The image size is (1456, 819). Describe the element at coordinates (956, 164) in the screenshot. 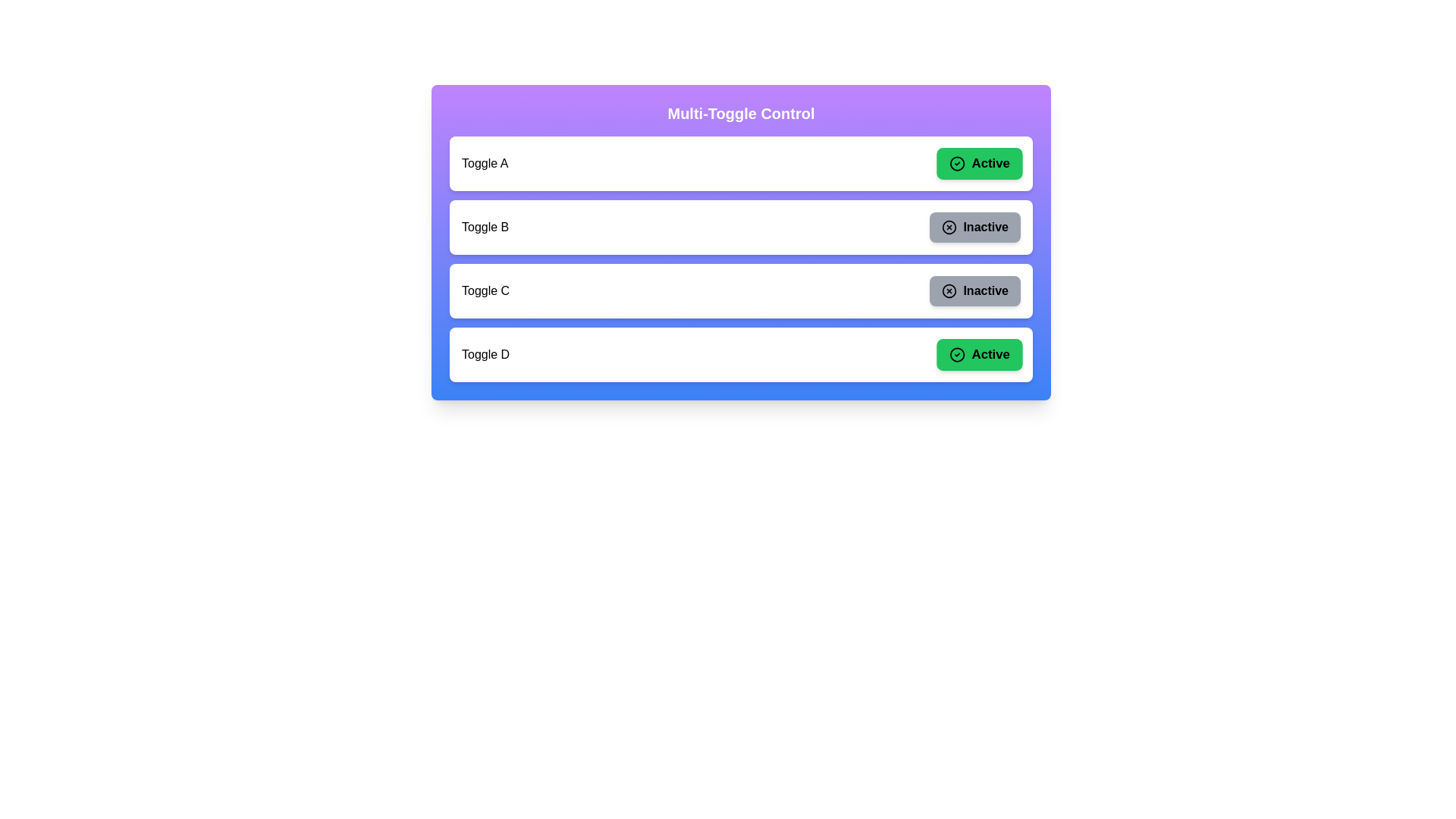

I see `the Status indicator icon, which is a circular icon with a green background and black stroke, located in the first position of the 'Active' button in the 'Toggle A' row` at that location.